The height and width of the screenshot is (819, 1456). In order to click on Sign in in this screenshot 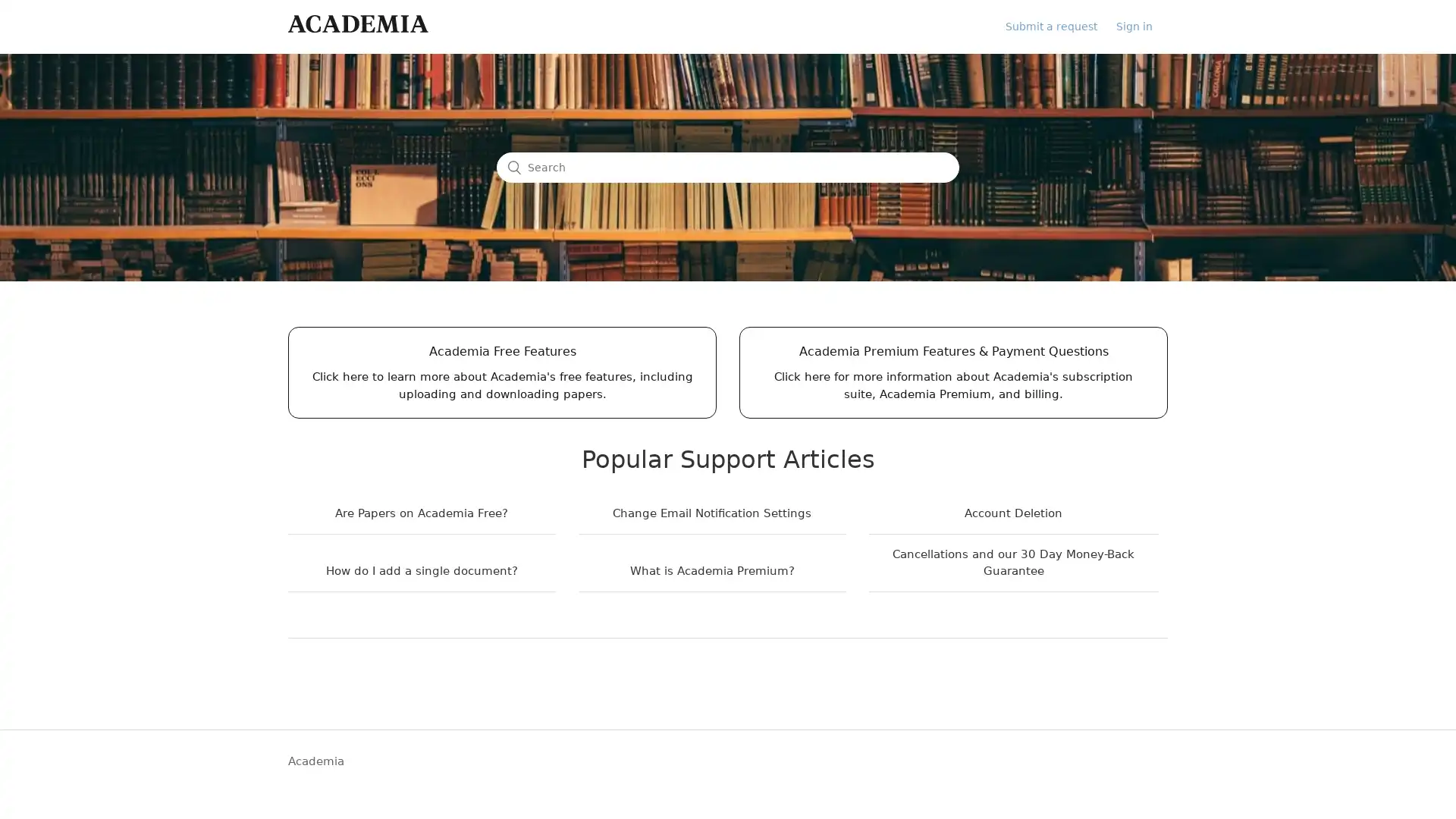, I will do `click(1142, 26)`.